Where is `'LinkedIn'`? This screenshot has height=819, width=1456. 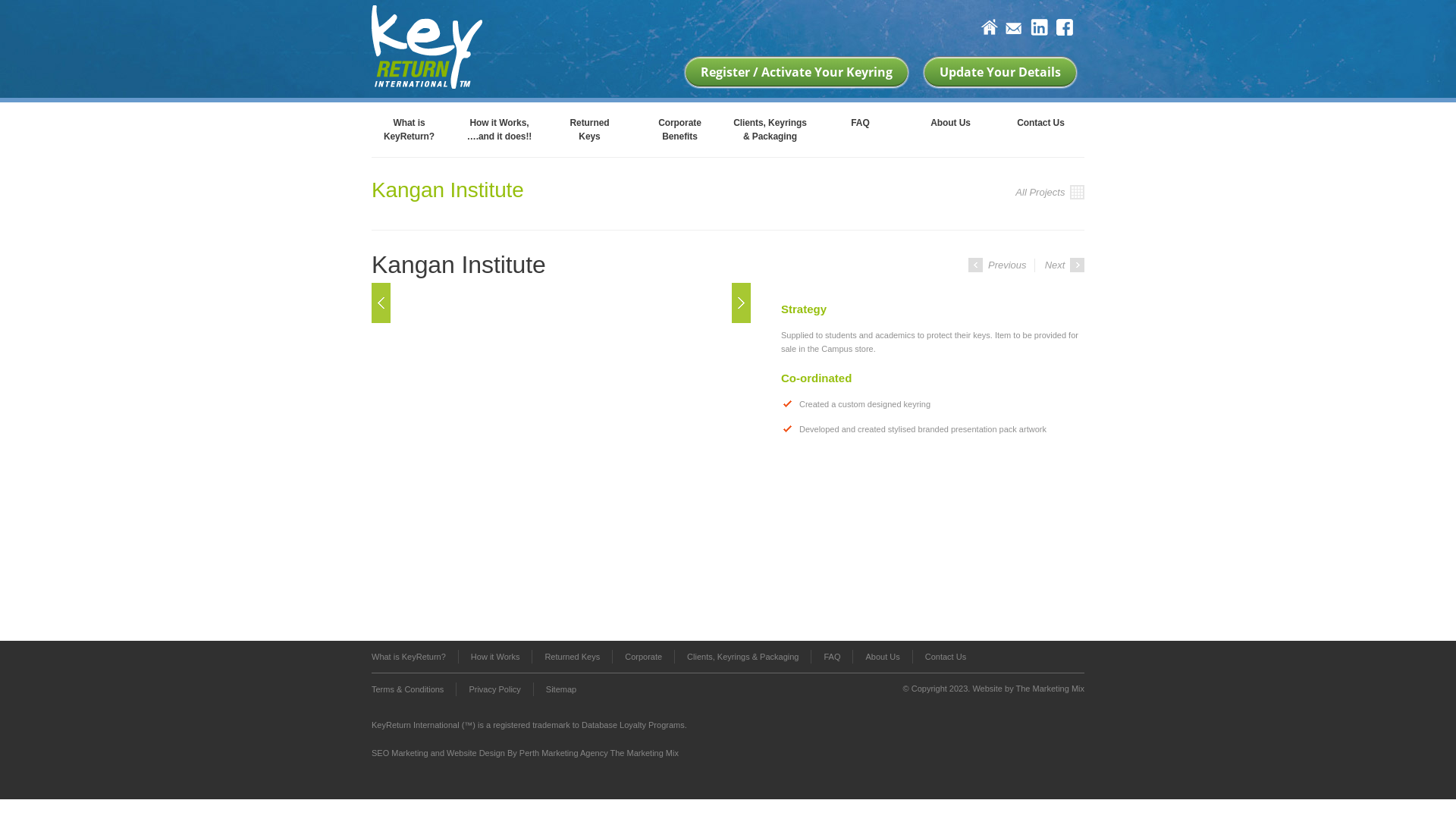
'LinkedIn' is located at coordinates (1030, 28).